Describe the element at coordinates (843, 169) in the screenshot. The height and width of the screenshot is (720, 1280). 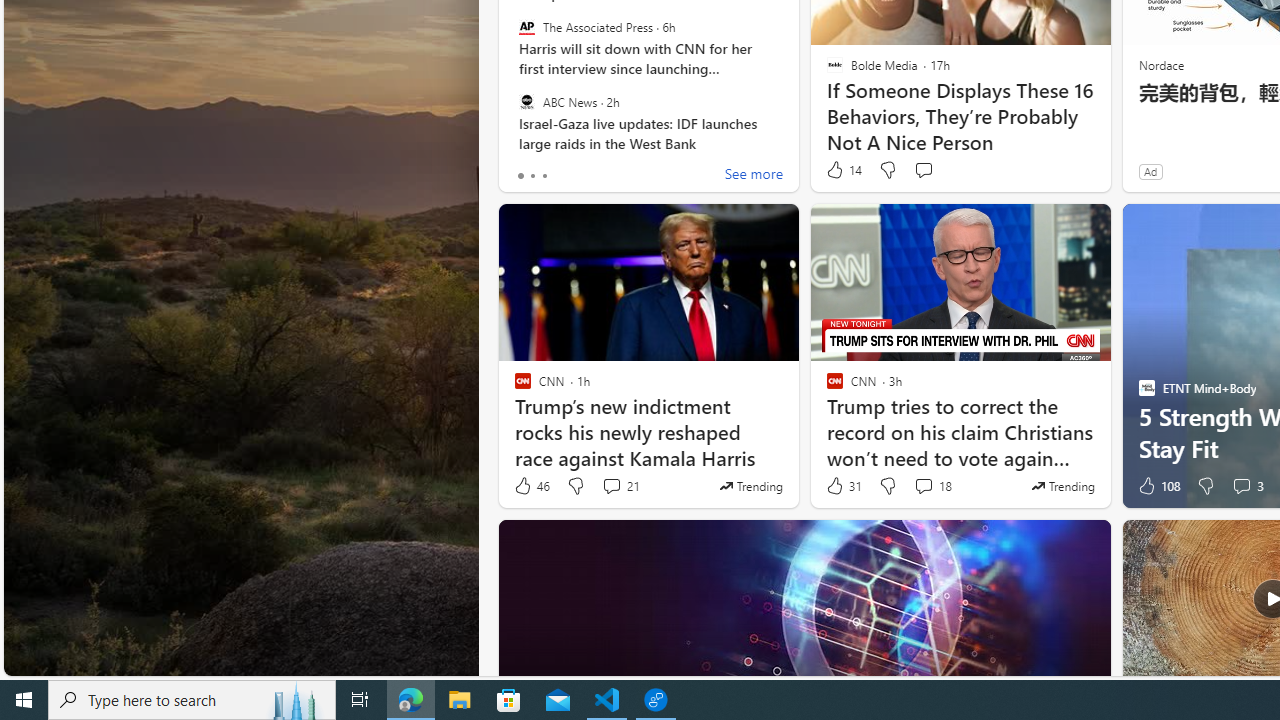
I see `'14 Like'` at that location.